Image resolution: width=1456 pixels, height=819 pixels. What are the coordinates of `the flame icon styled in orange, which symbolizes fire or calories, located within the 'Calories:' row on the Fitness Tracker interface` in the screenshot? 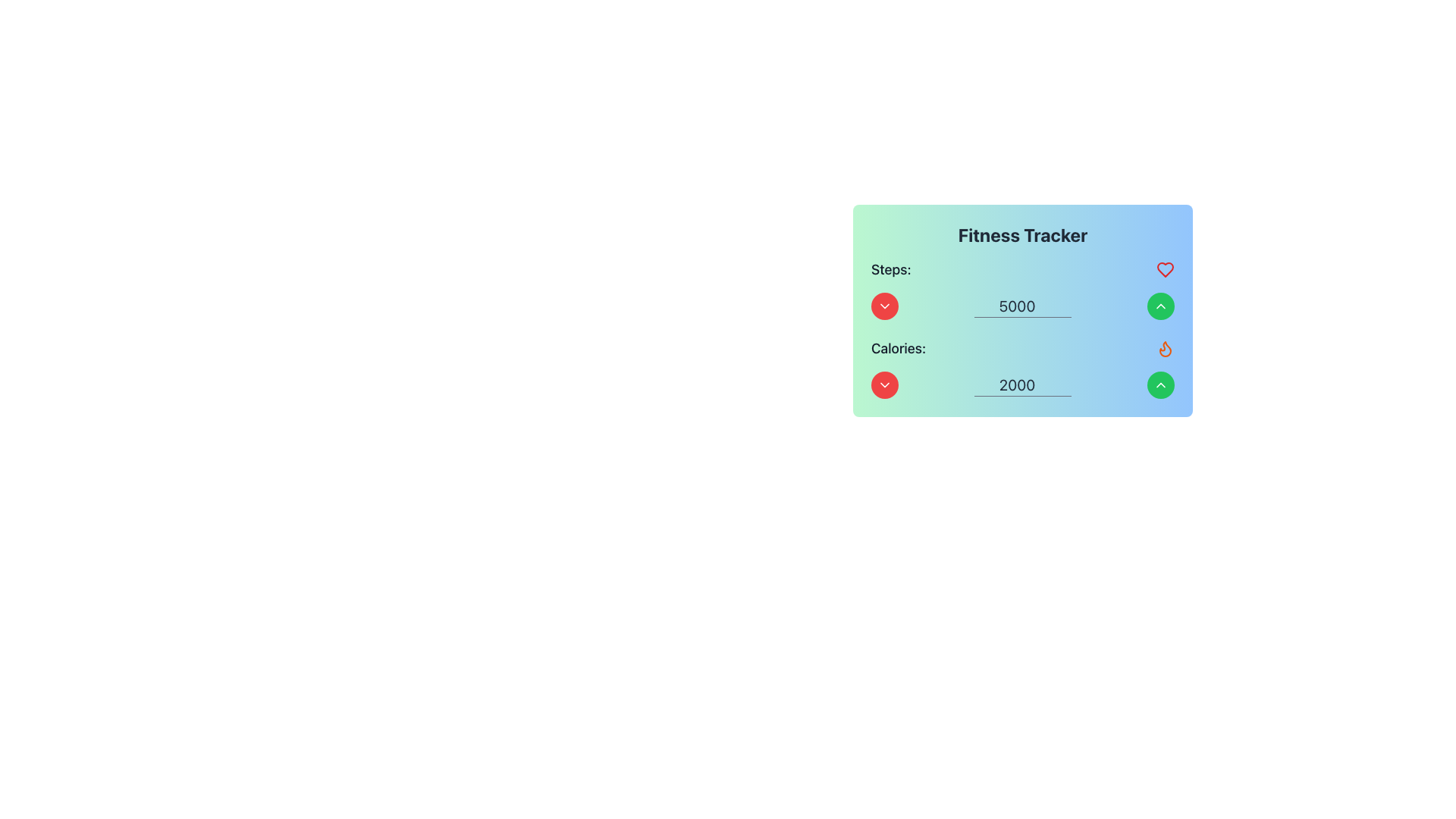 It's located at (1164, 348).